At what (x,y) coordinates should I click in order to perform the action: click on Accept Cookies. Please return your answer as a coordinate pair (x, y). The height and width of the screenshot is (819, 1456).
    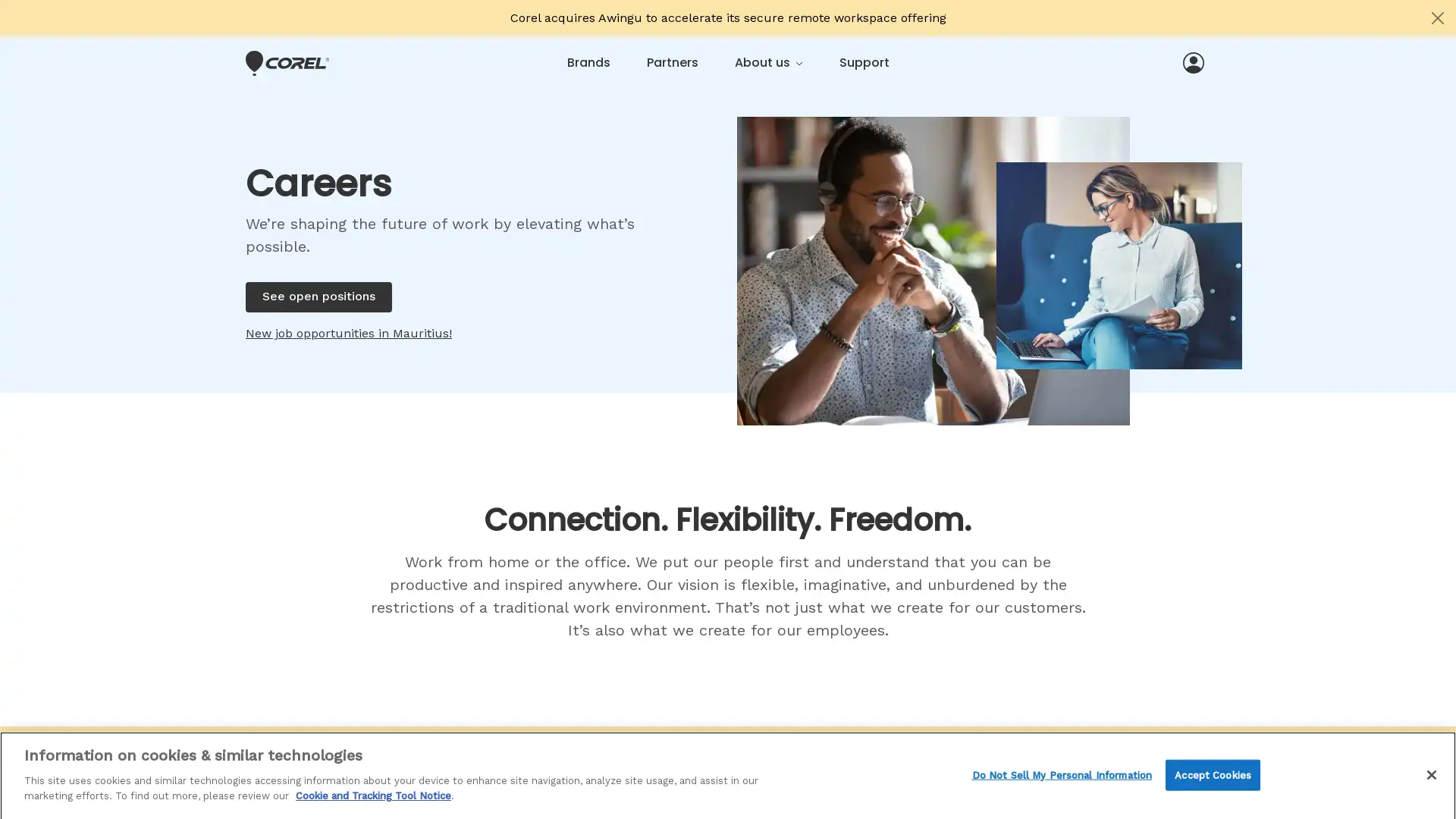
    Looking at the image, I should click on (1212, 773).